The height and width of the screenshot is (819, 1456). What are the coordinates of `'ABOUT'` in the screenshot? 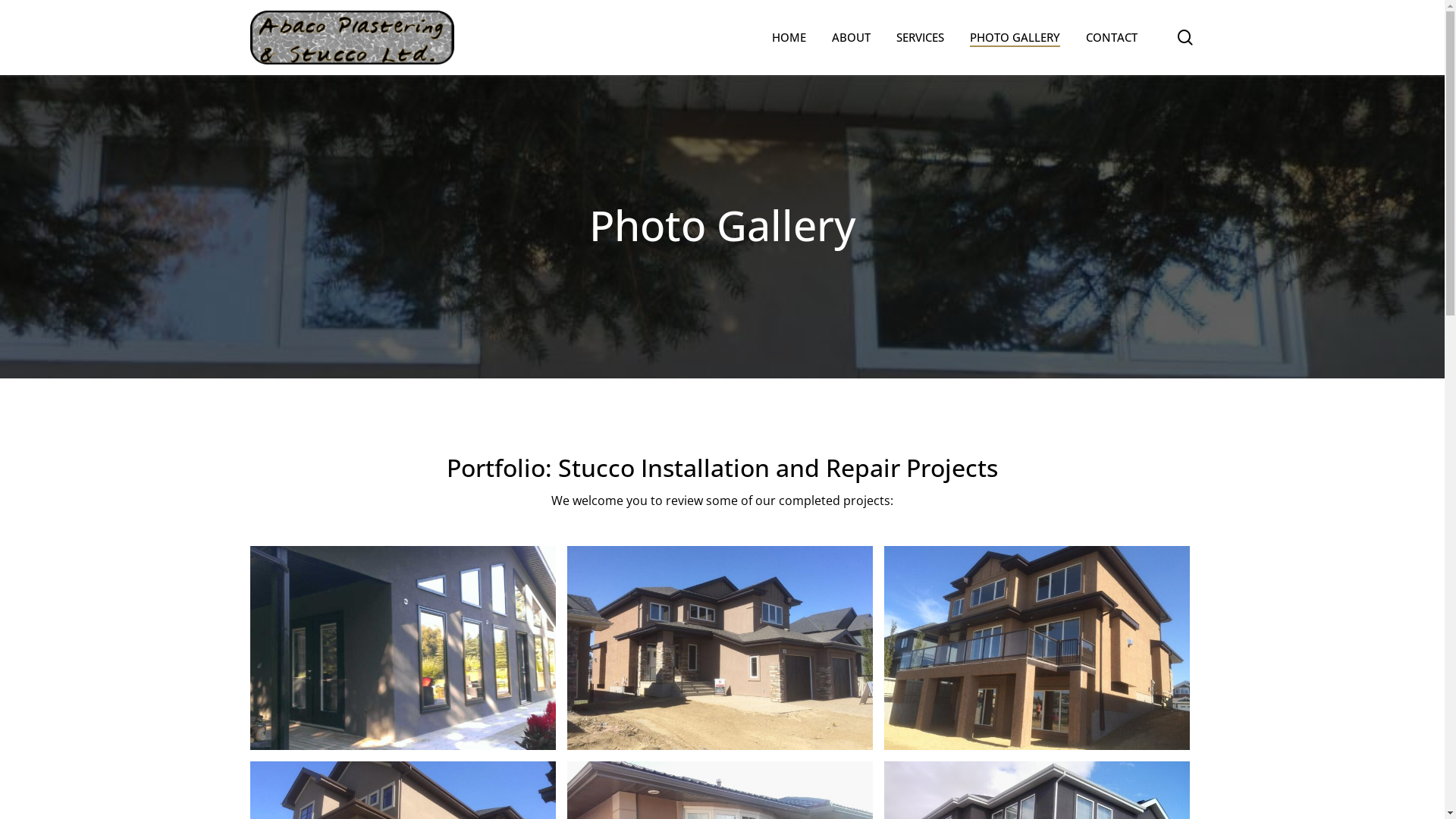 It's located at (851, 36).